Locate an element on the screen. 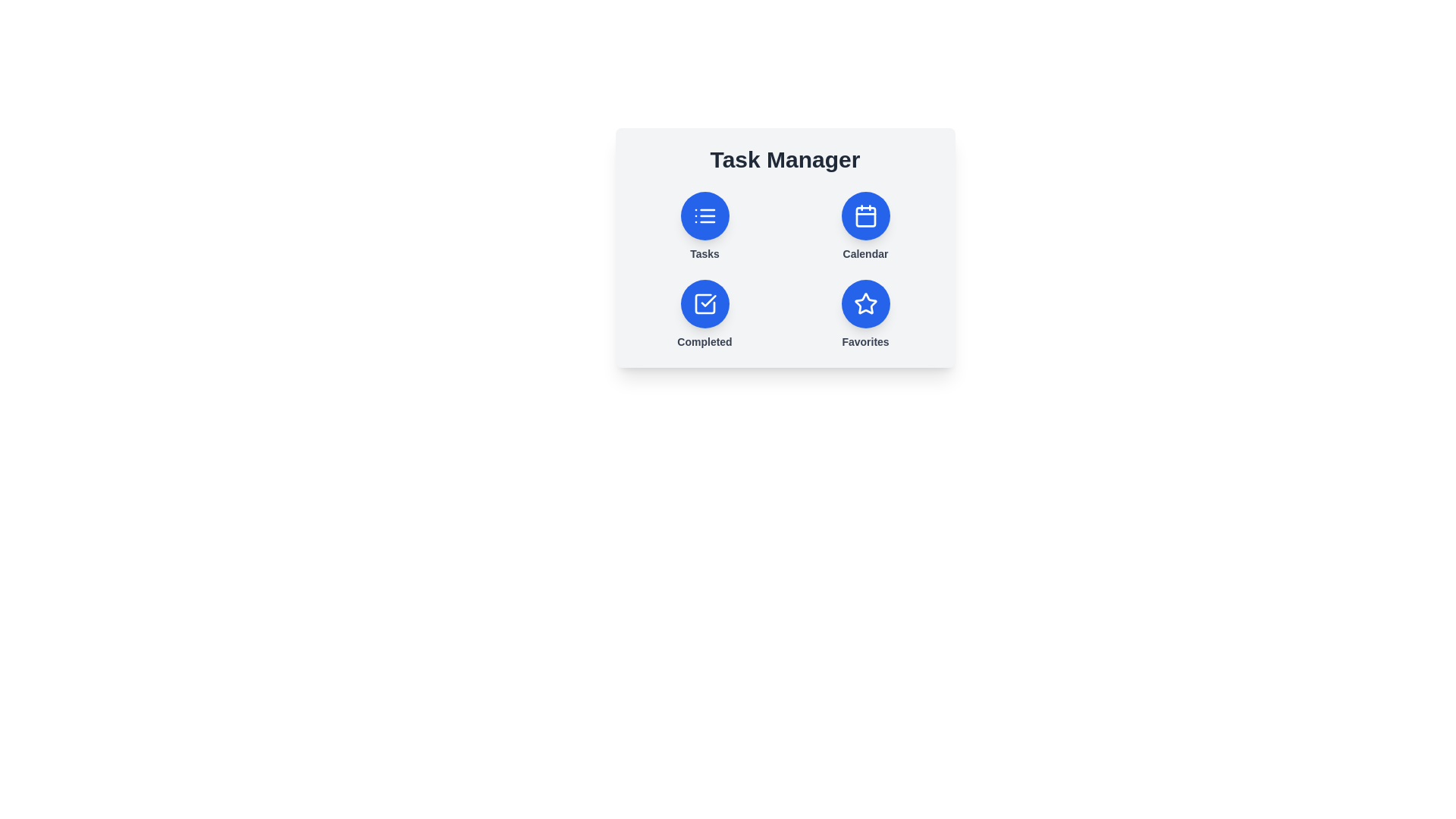 This screenshot has width=1456, height=819. bold, large-sized, centered textual header 'Task Manager' styled in dark gray on a light gray card, positioned at the top center of the card is located at coordinates (785, 160).